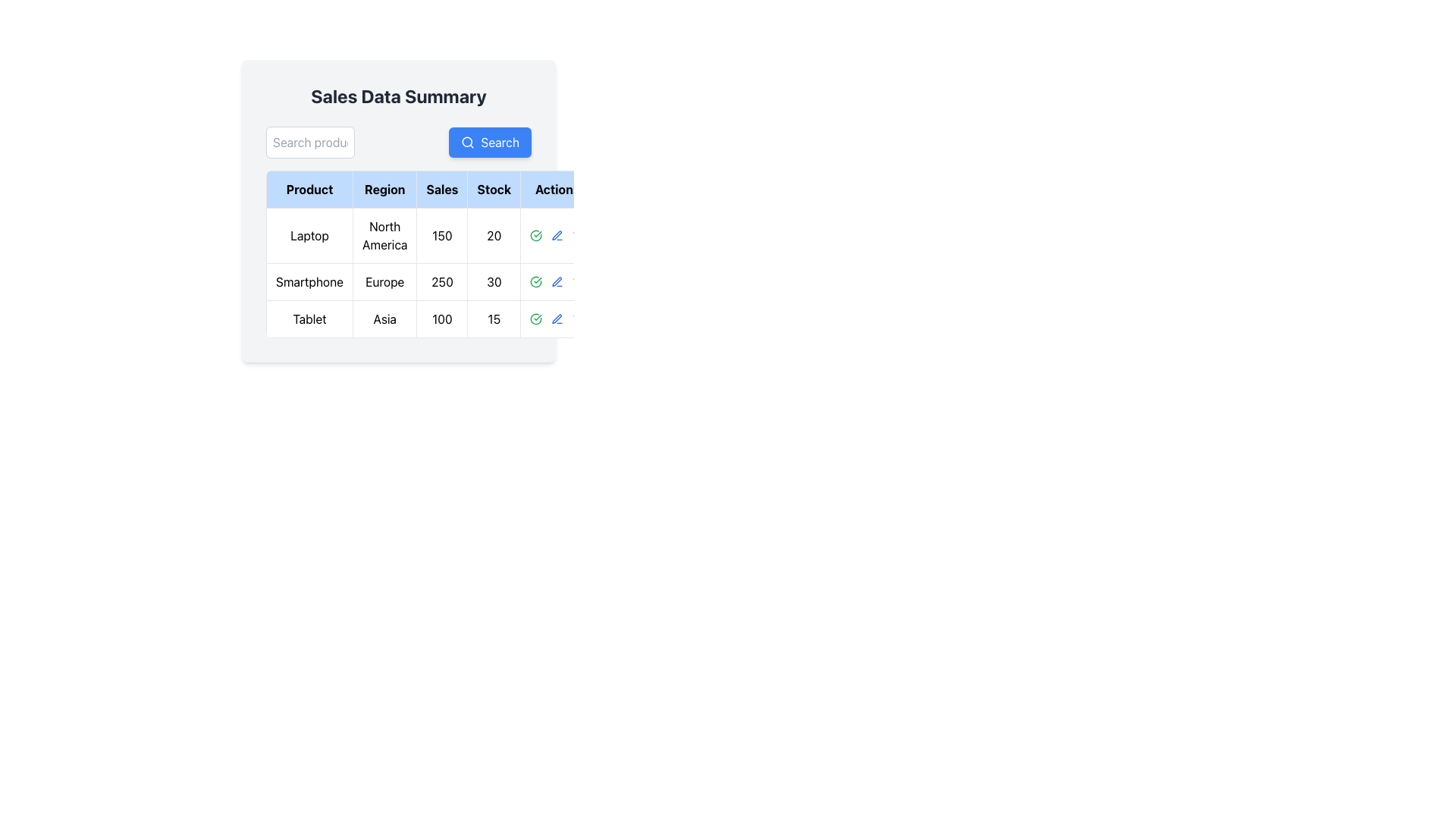  What do you see at coordinates (429, 281) in the screenshot?
I see `the second row in the 'Sales Data Summary' table that contains the text 'Smartphone', 'Europe', '250', and '30'` at bounding box center [429, 281].